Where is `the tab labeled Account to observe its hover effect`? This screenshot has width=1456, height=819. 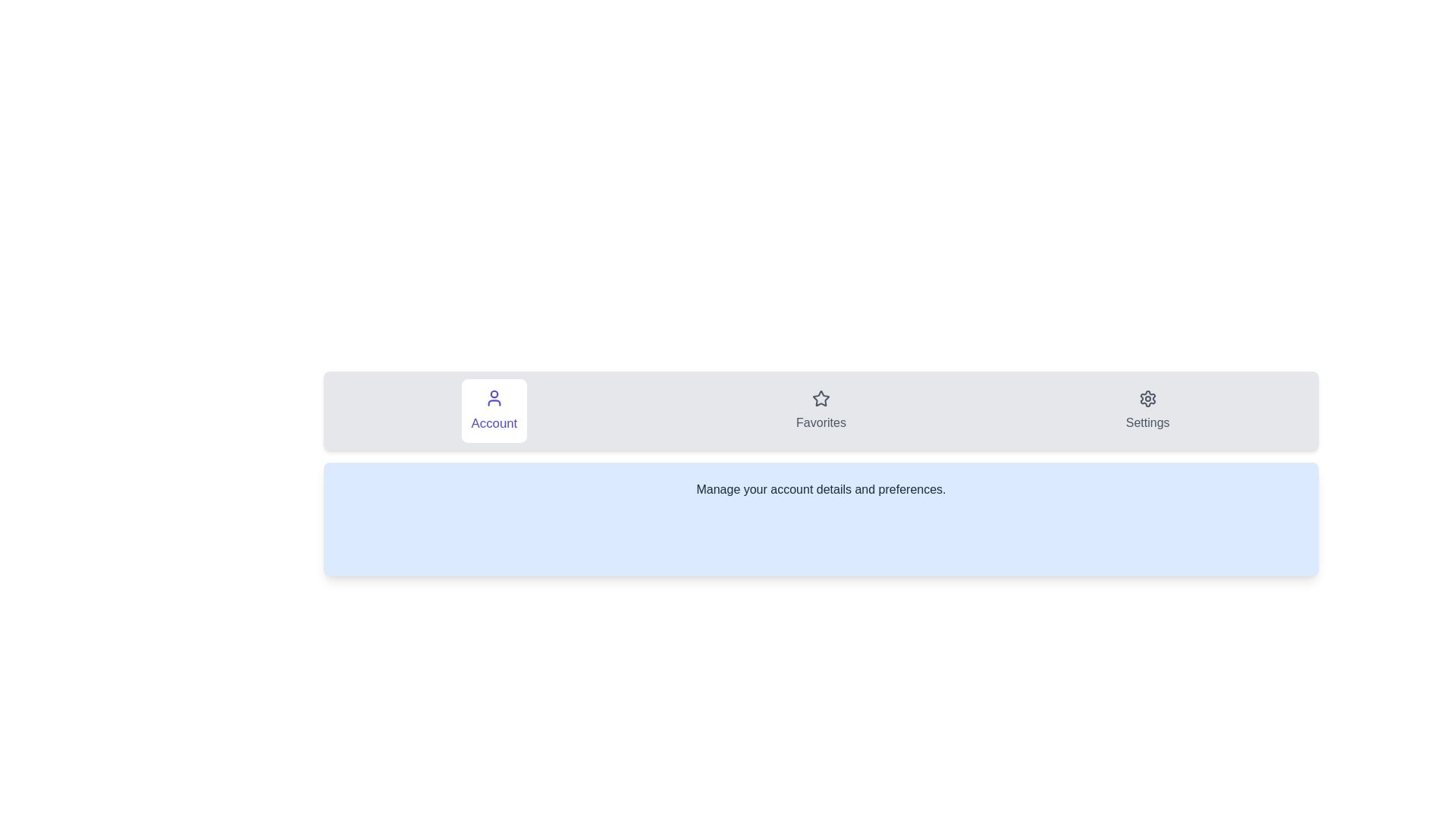 the tab labeled Account to observe its hover effect is located at coordinates (494, 411).